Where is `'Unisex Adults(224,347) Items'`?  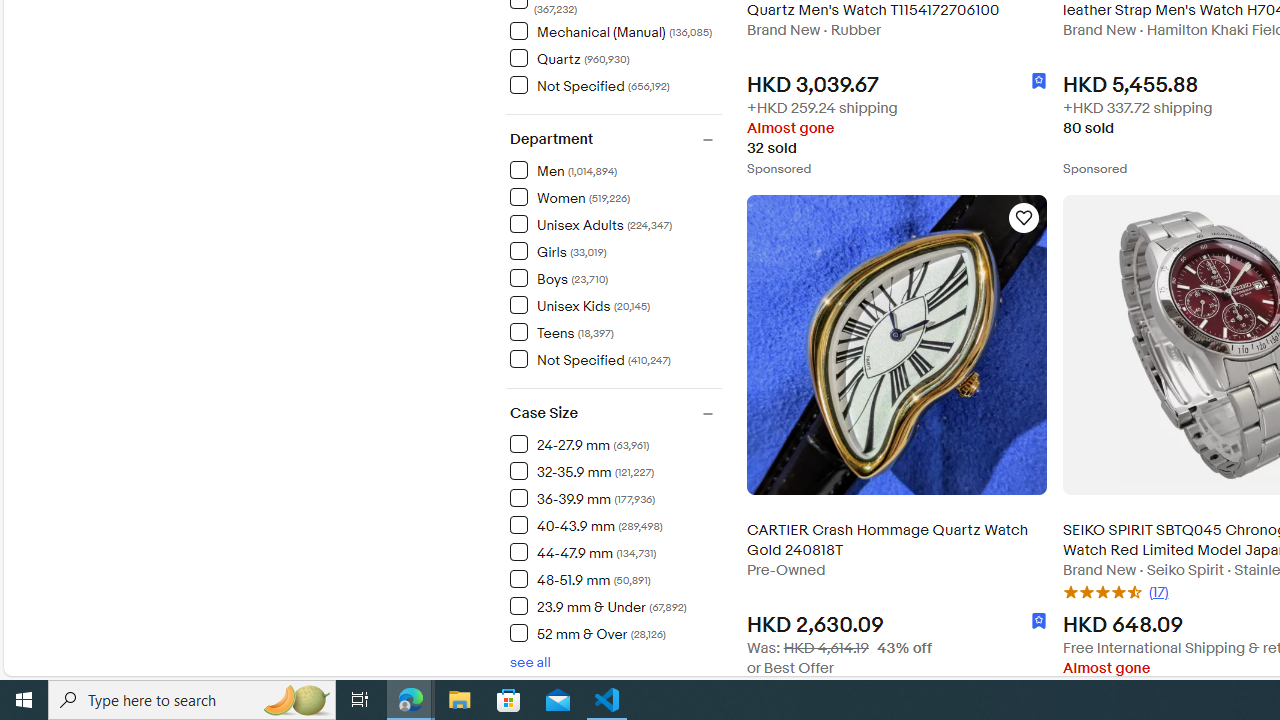
'Unisex Adults(224,347) Items' is located at coordinates (614, 223).